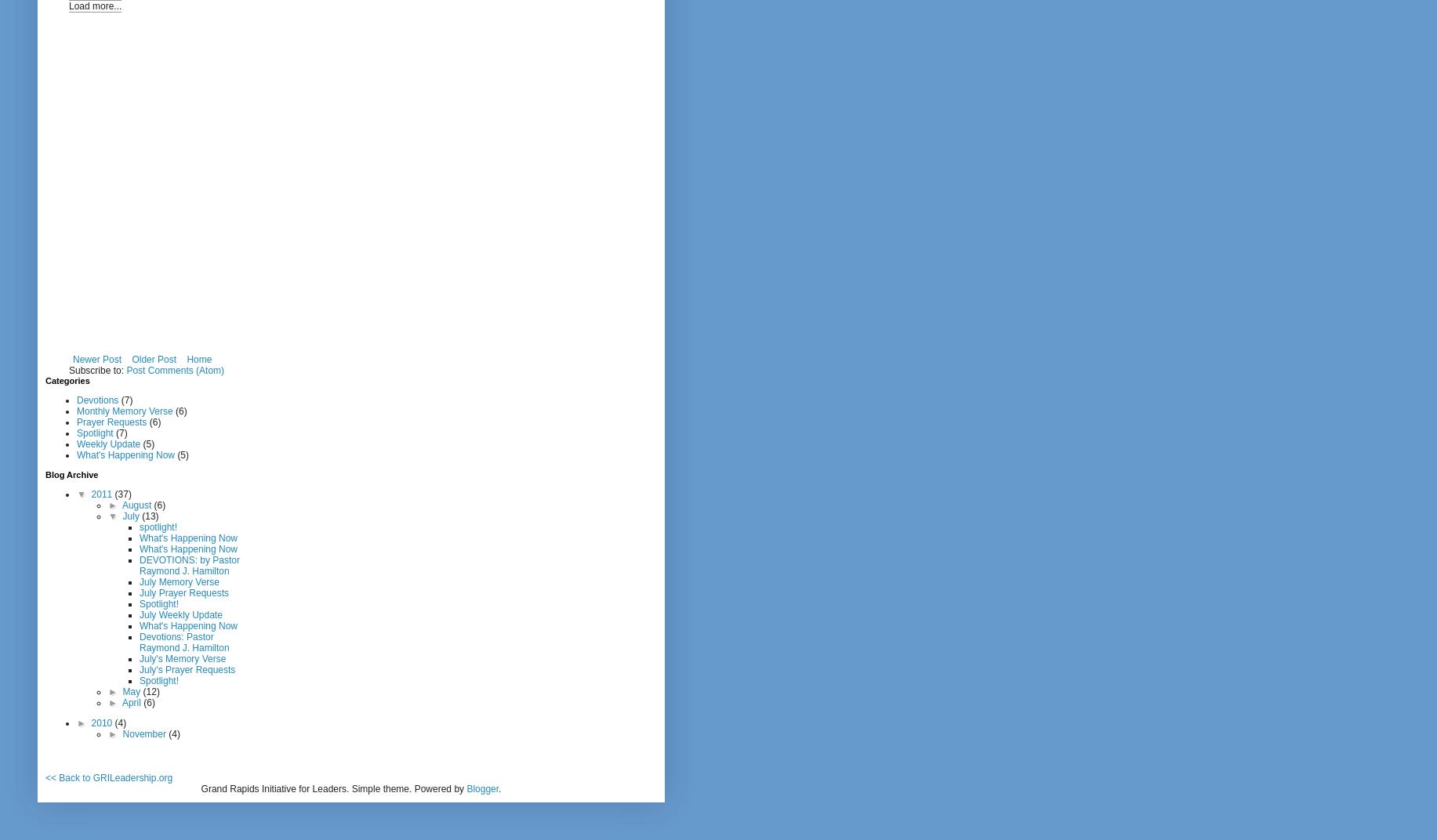 The image size is (1437, 840). Describe the element at coordinates (499, 787) in the screenshot. I see `'.'` at that location.